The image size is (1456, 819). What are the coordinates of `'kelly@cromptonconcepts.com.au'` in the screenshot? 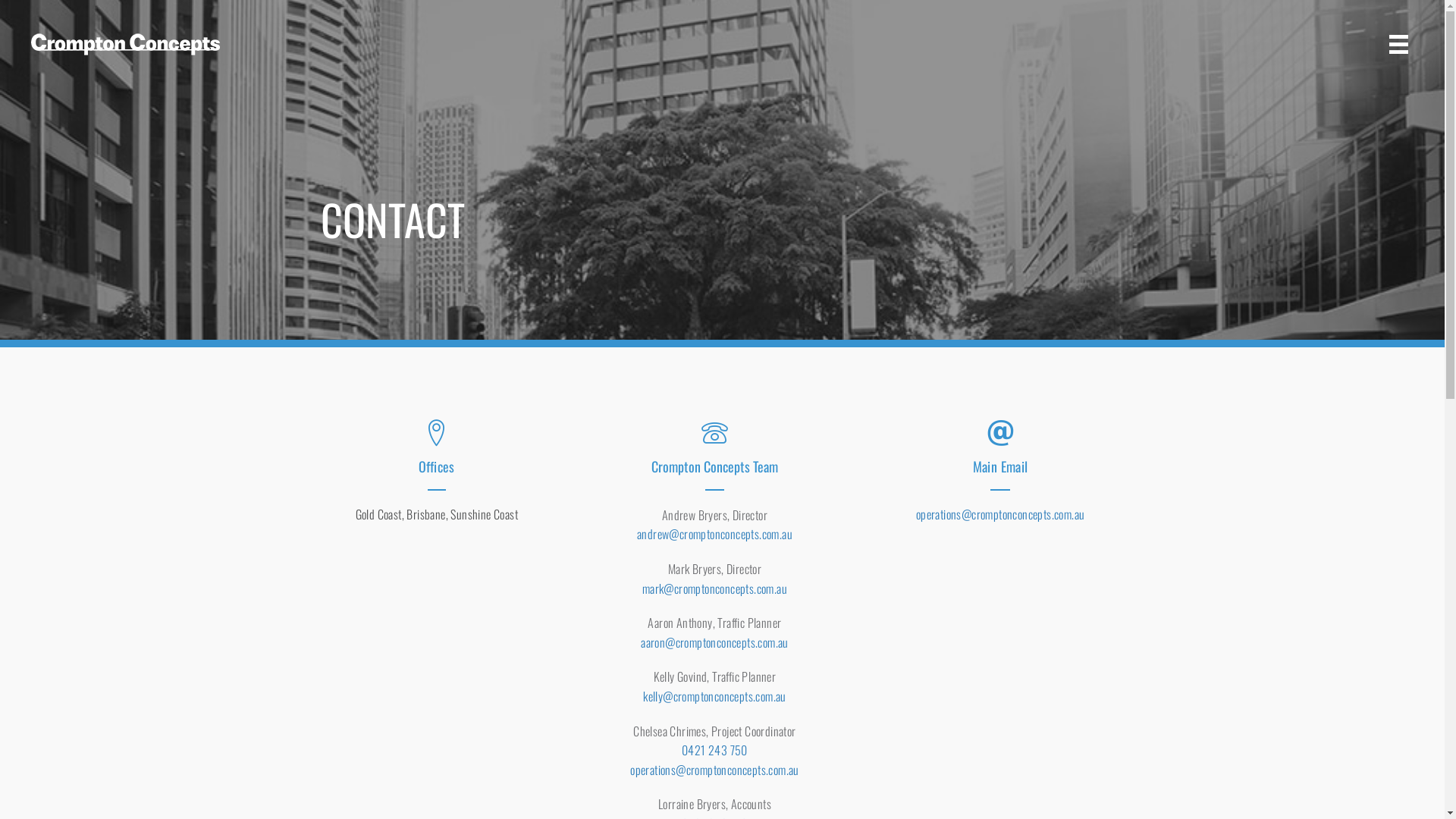 It's located at (714, 696).